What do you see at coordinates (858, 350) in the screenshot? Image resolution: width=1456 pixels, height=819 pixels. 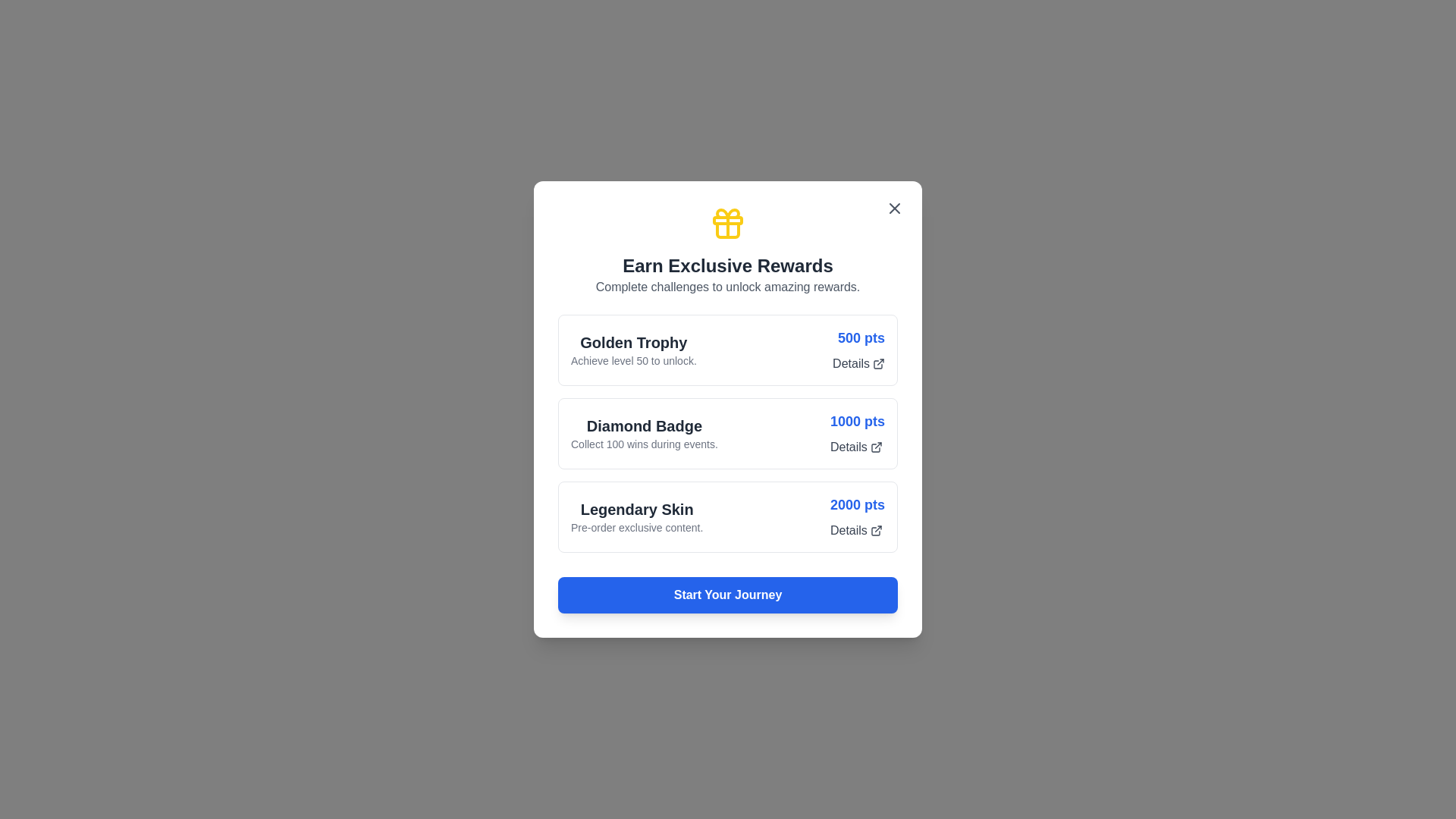 I see `reward points displayed in the Text and Icon Group that shows '500 pts' in bold blue color within the 'Golden Trophy' card` at bounding box center [858, 350].